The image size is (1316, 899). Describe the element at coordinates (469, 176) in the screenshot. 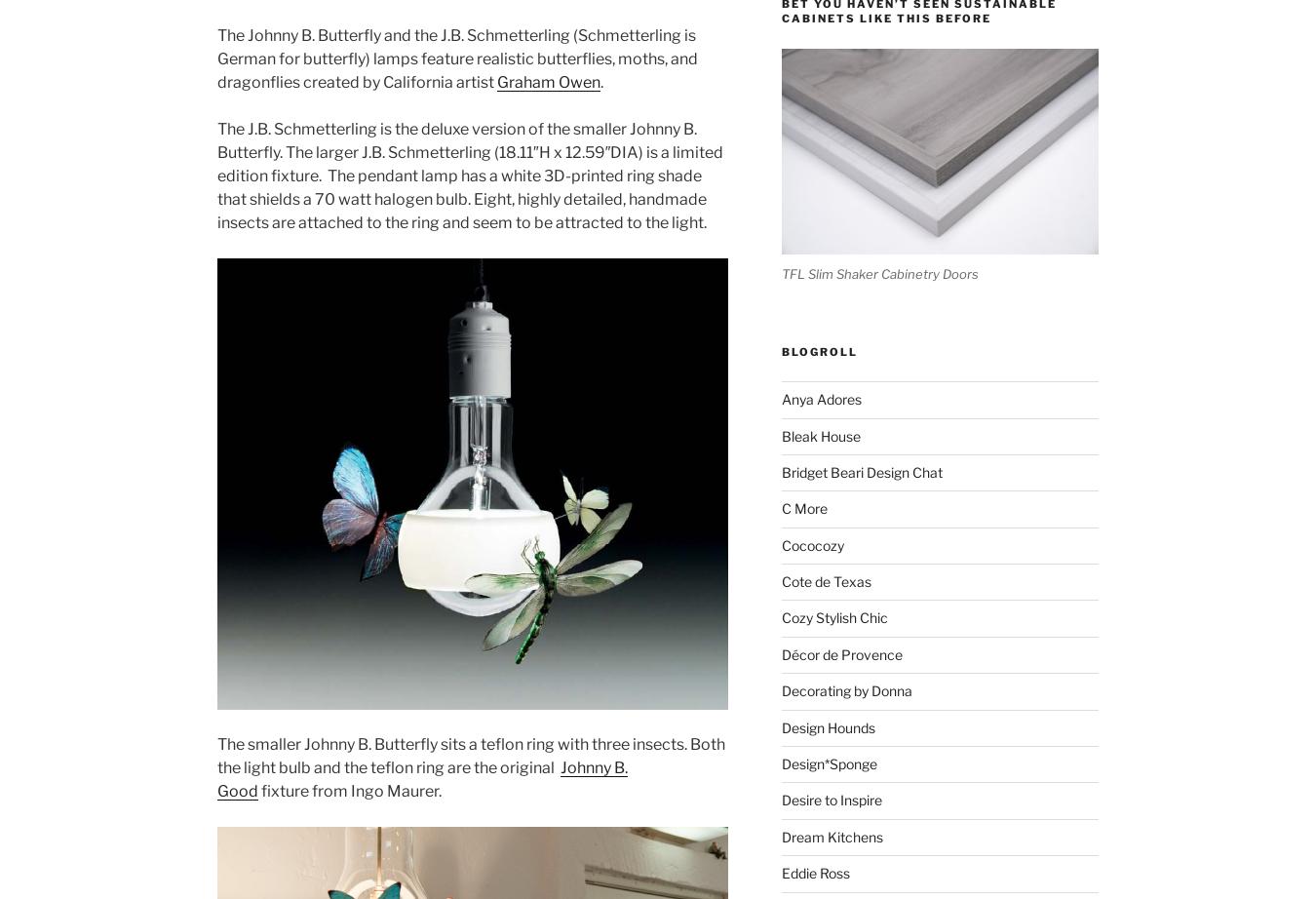

I see `'The J.B. Schmetterling is the deluxe version of the smaller Johnny B. Butterfly. The larger J.B. Schmetterling (18.11″H x 12.59″DIA) is a limited edition fixture.  The pendant lamp has a white 3D-printed ring shade that shields a 70 watt halogen bulb. Eight, highly detailed, handmade insects are attached to the ring and seem to be attracted to the light.'` at that location.